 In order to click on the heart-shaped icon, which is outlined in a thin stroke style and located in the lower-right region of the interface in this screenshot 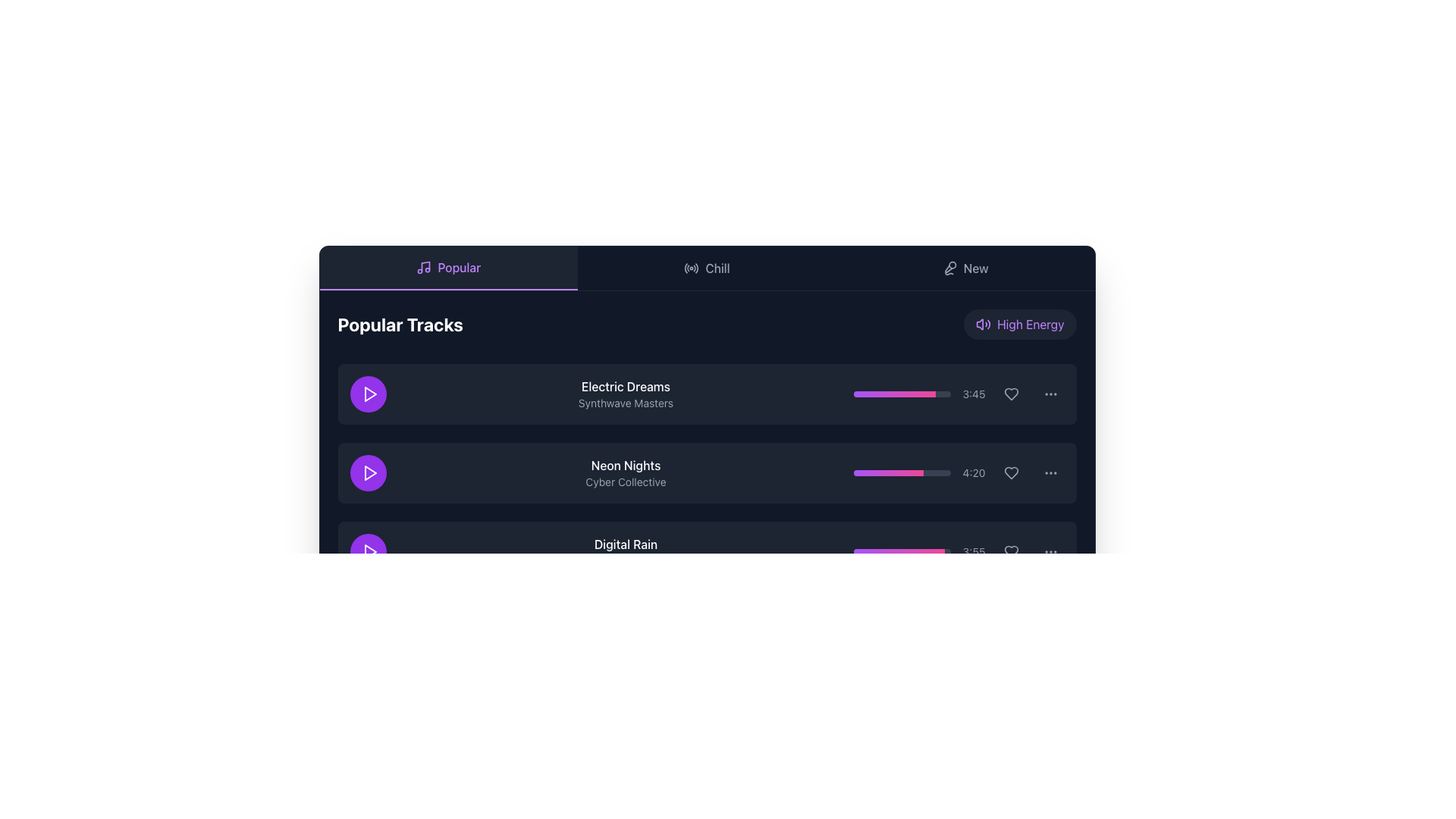, I will do `click(1011, 552)`.